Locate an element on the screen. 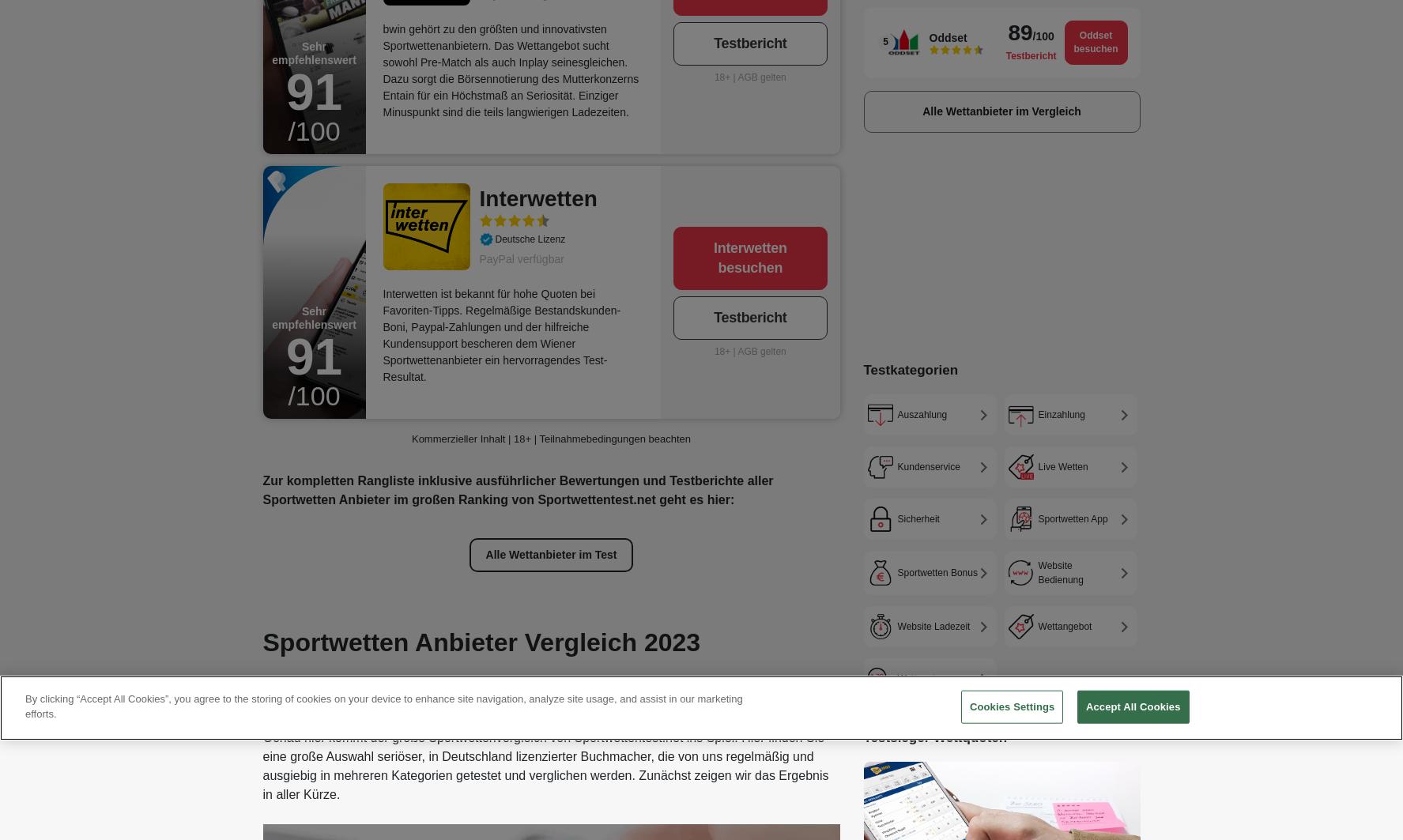  'Sportwetten Bonus' is located at coordinates (936, 571).